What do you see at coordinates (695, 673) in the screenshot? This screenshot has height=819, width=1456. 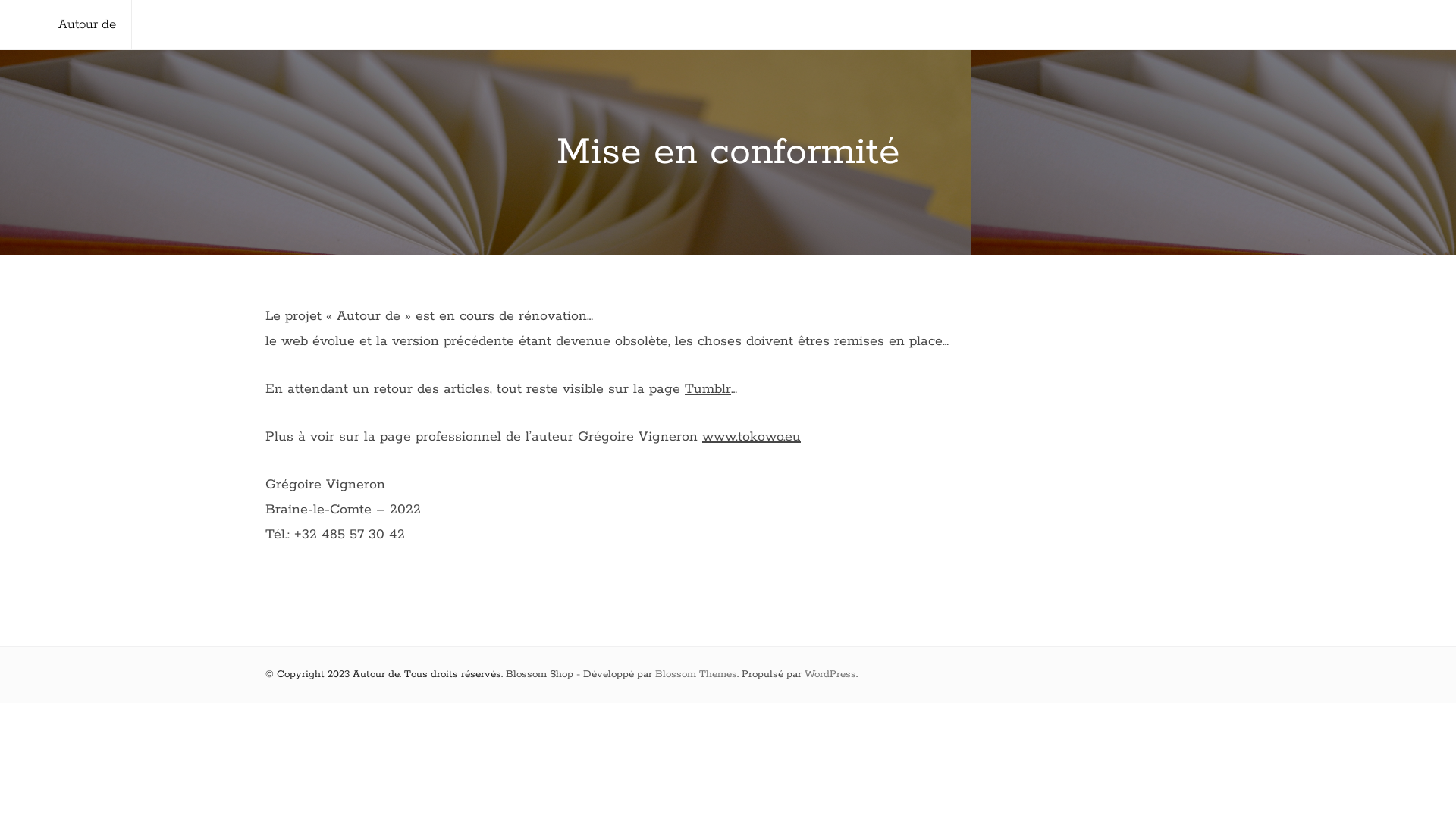 I see `'Blossom Themes'` at bounding box center [695, 673].